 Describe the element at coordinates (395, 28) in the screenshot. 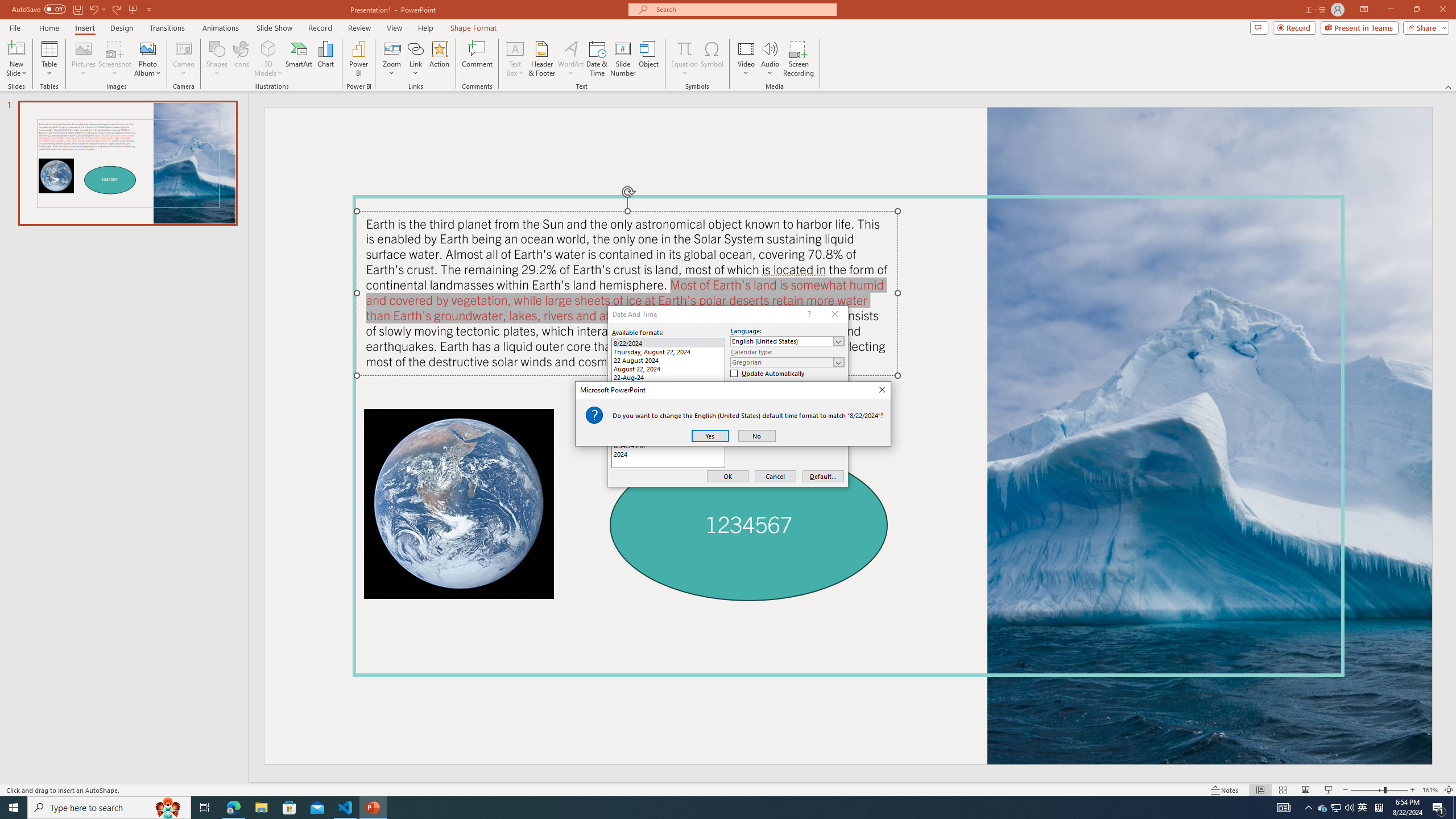

I see `'View'` at that location.